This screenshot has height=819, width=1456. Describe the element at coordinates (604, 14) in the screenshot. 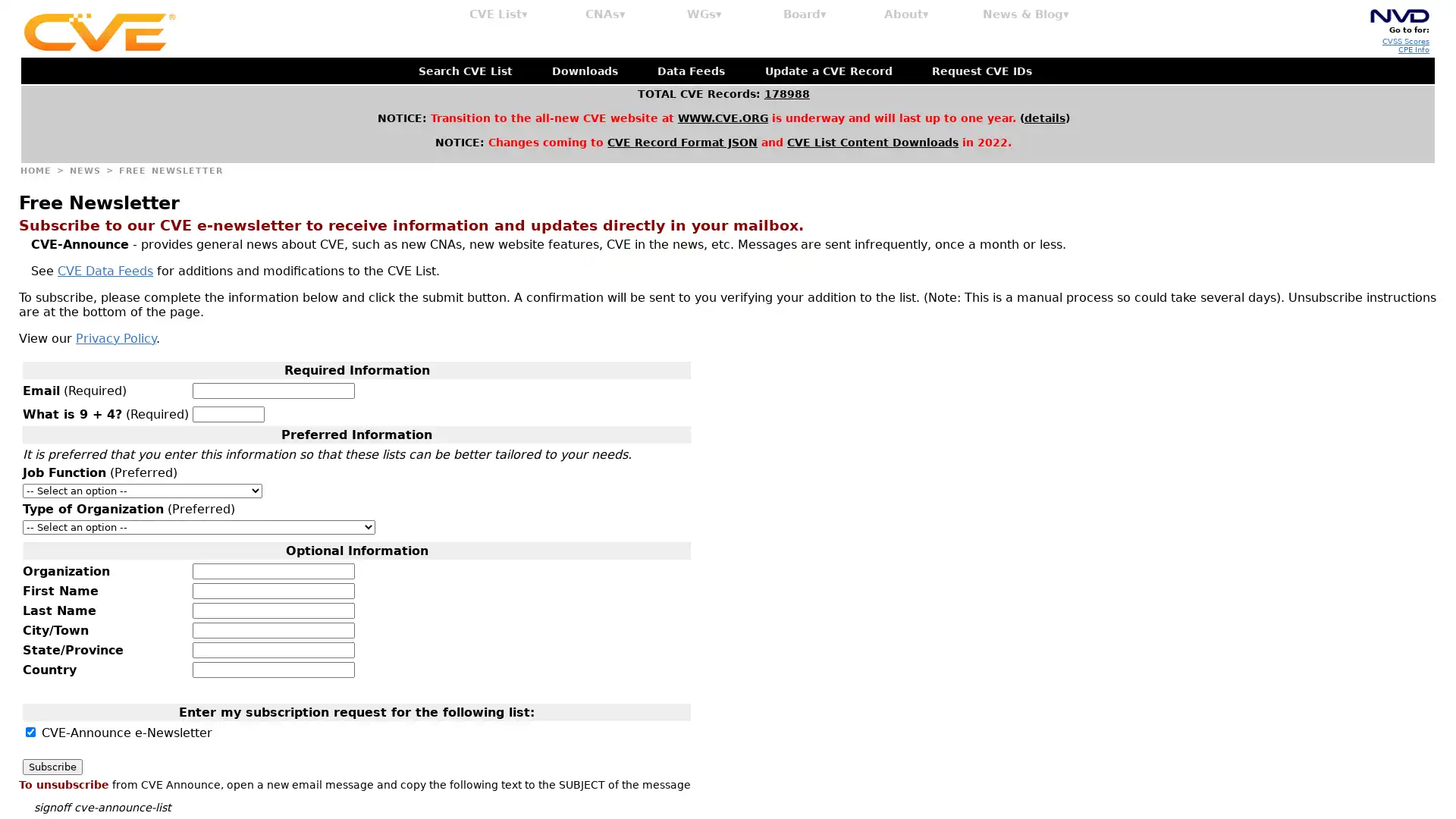

I see `CNAs` at that location.